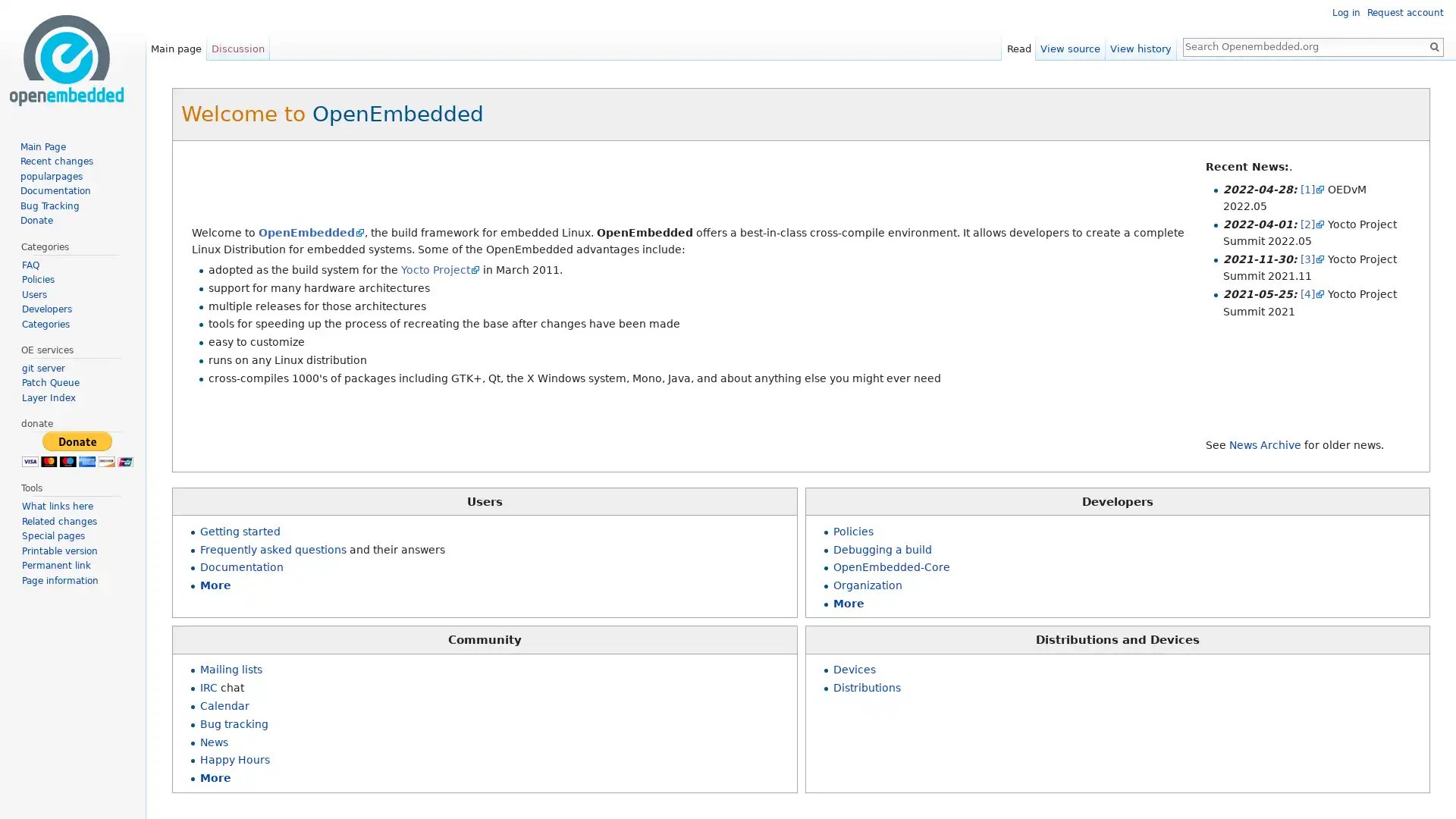 This screenshot has height=819, width=1456. What do you see at coordinates (76, 448) in the screenshot?
I see `PayPal - The safer, easier way to pay online!` at bounding box center [76, 448].